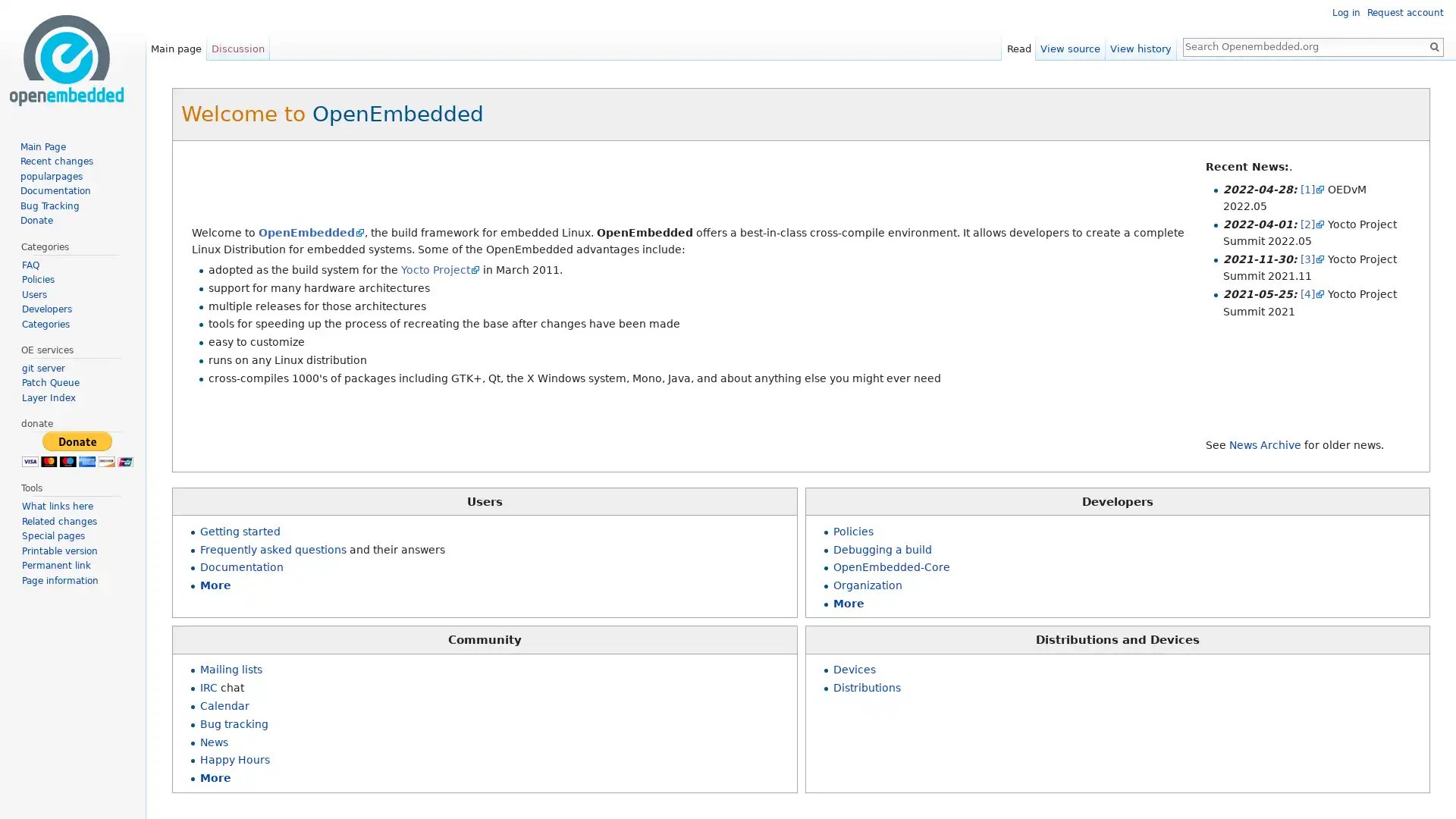 This screenshot has height=819, width=1456. What do you see at coordinates (76, 448) in the screenshot?
I see `PayPal - The safer, easier way to pay online!` at bounding box center [76, 448].